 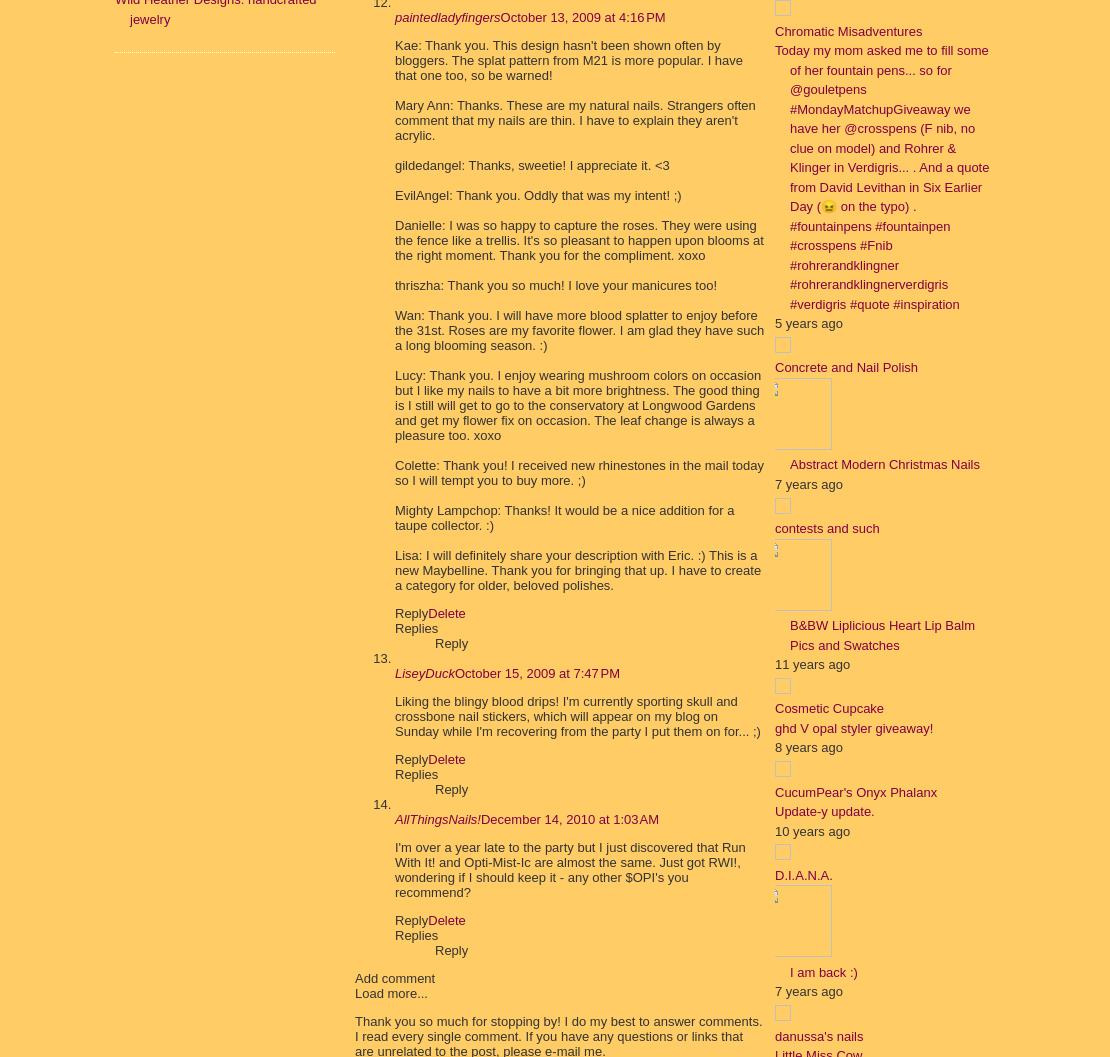 What do you see at coordinates (537, 195) in the screenshot?
I see `'EvilAngel: Thank you. Oddly that was my intent! ;)'` at bounding box center [537, 195].